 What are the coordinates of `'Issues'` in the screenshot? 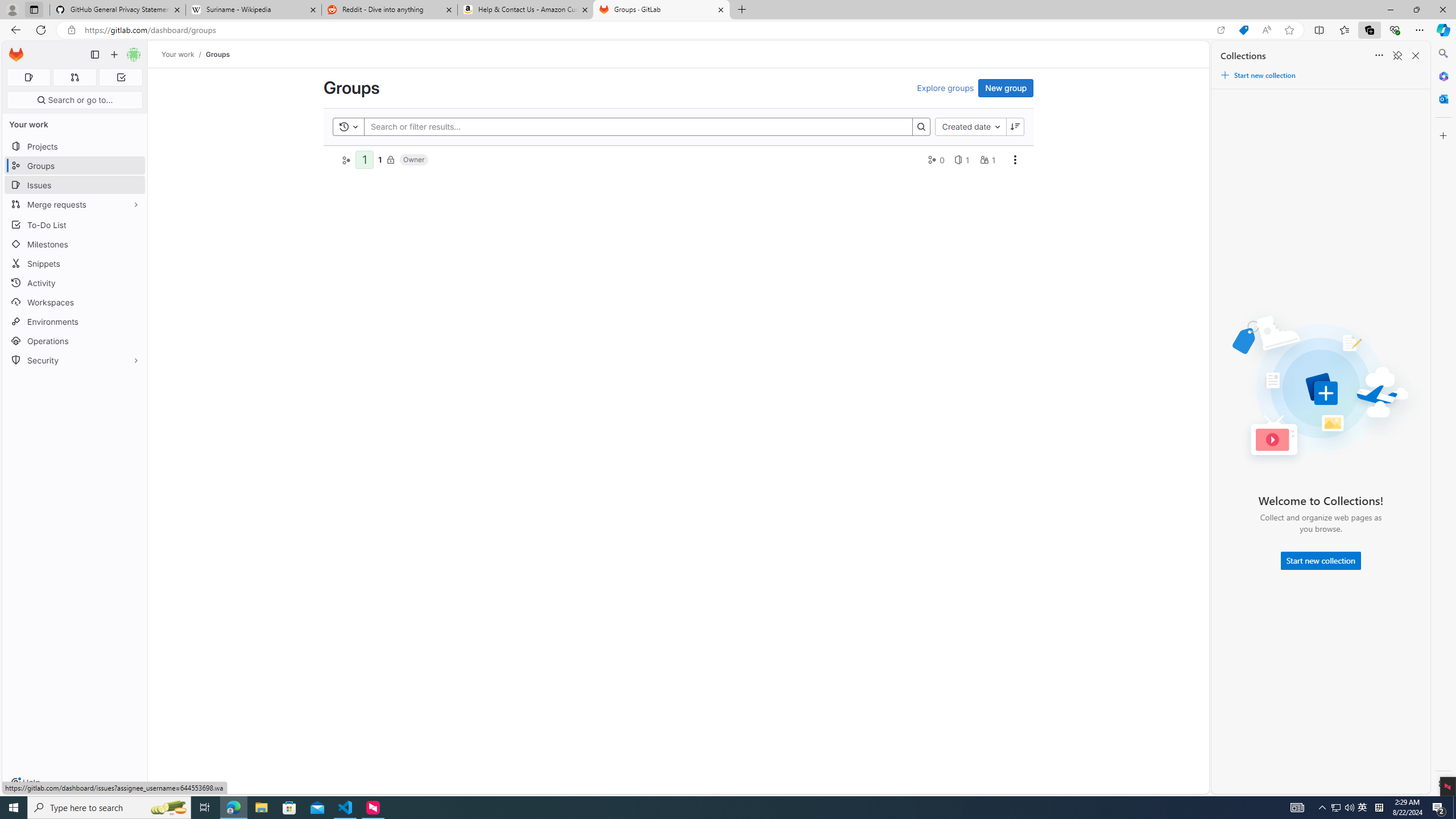 It's located at (74, 185).